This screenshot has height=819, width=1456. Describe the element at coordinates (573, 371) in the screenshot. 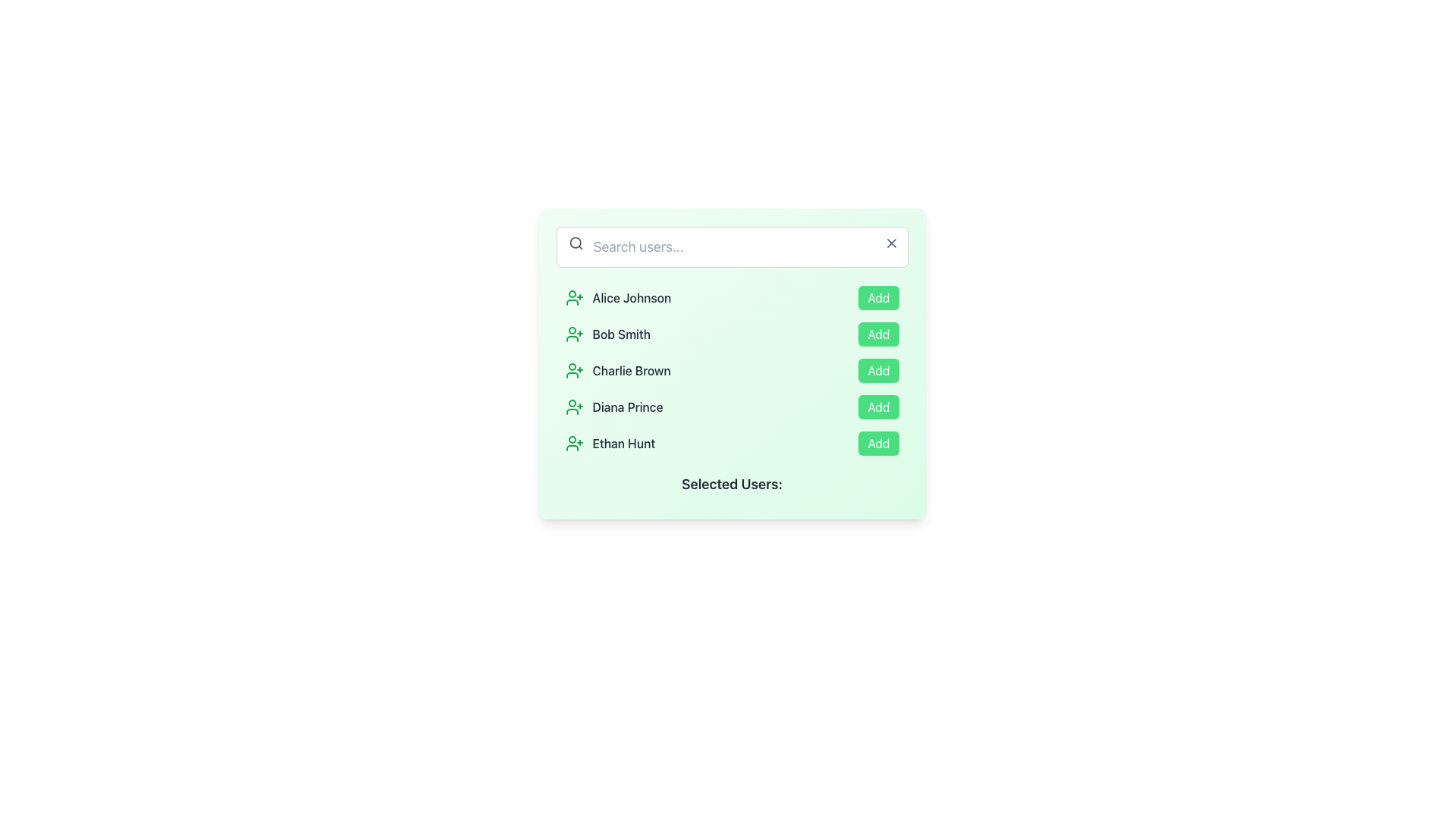

I see `the user icon representing user addition for 'Charlie Brown' in the user selection interface` at that location.